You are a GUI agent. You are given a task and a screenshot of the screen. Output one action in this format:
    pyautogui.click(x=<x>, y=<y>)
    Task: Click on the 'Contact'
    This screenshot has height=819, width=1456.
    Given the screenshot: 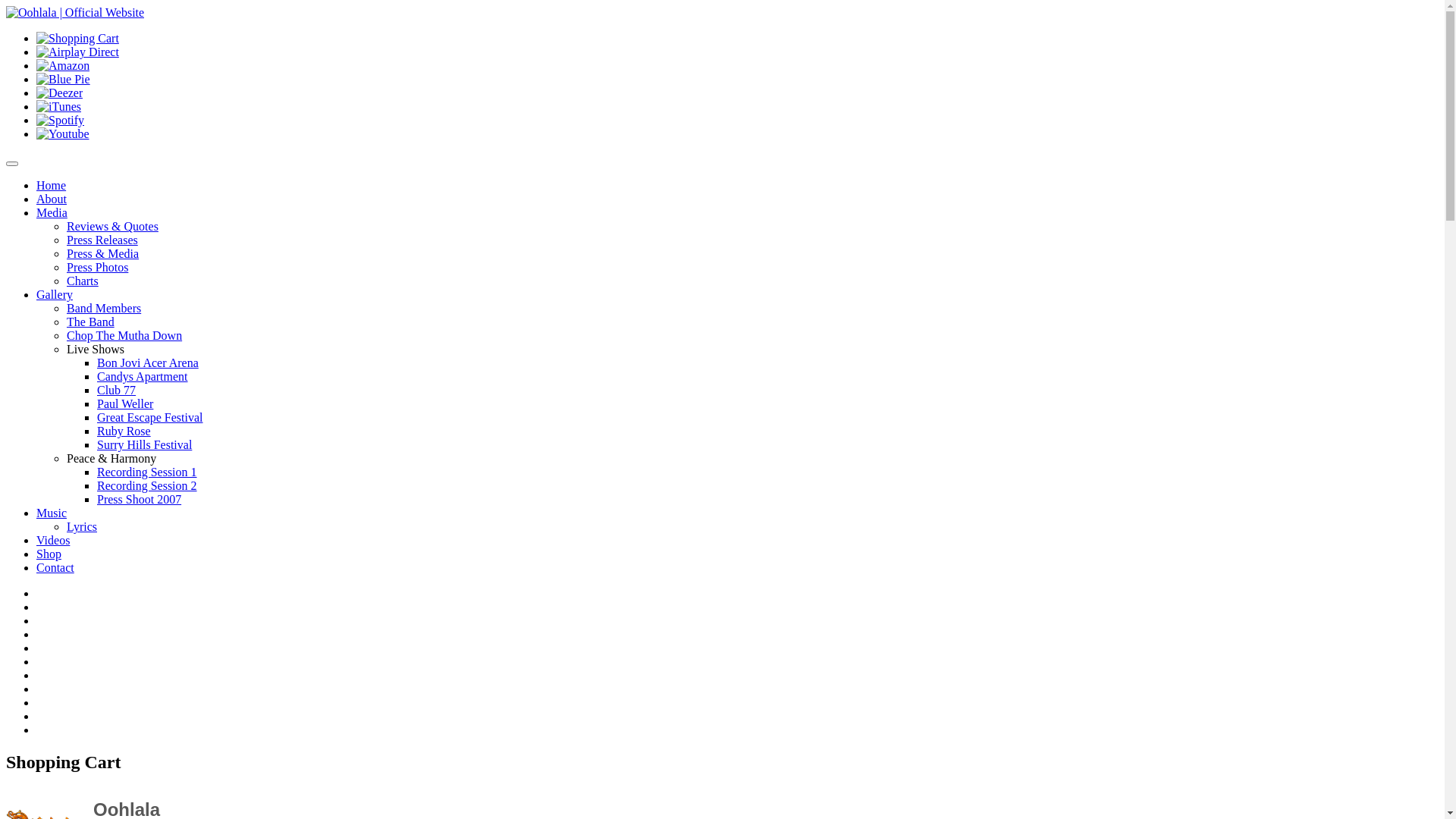 What is the action you would take?
    pyautogui.click(x=55, y=567)
    